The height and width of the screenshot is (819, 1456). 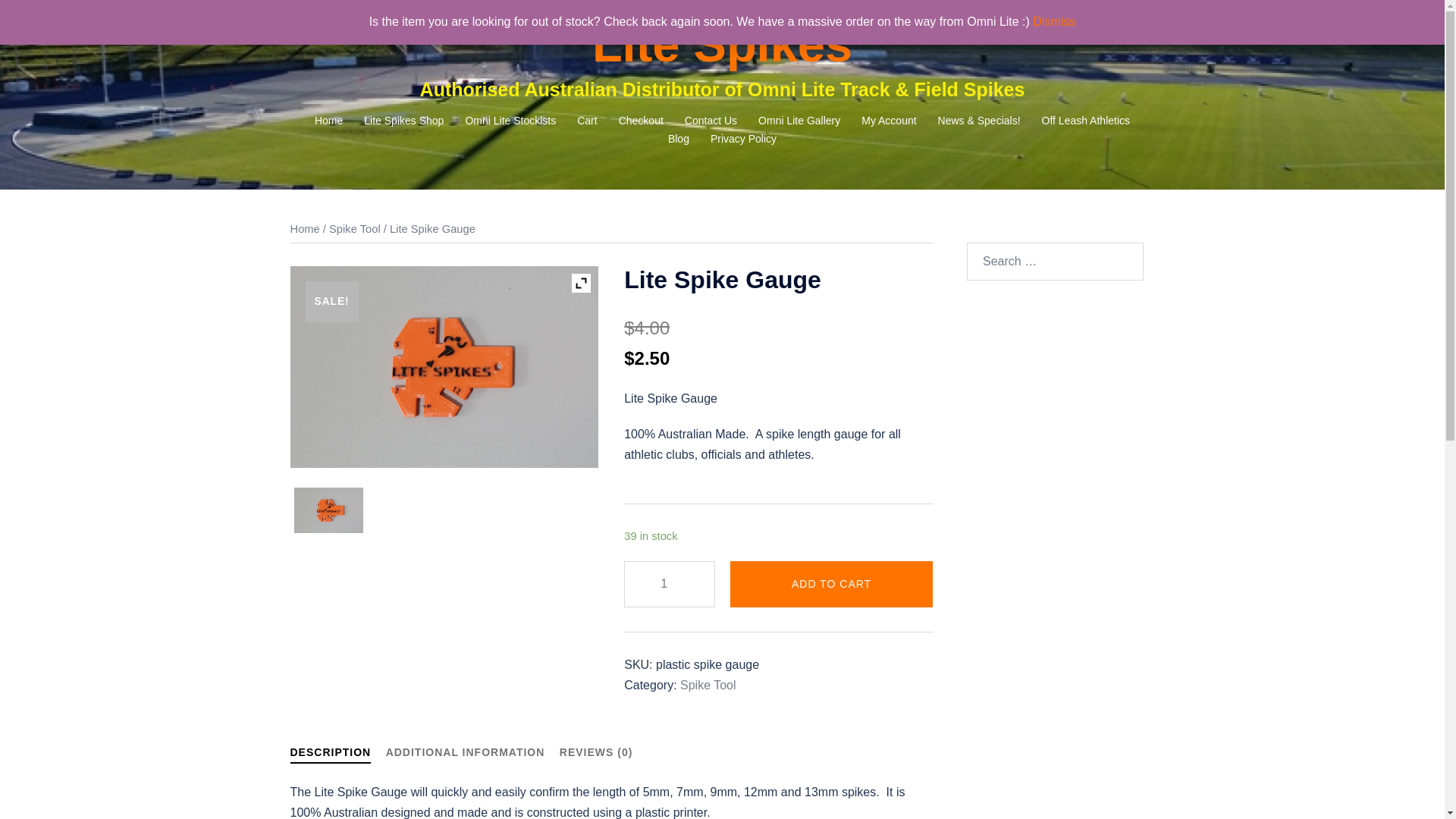 I want to click on 'Plastic Spike Gauge 2', so click(x=328, y=510).